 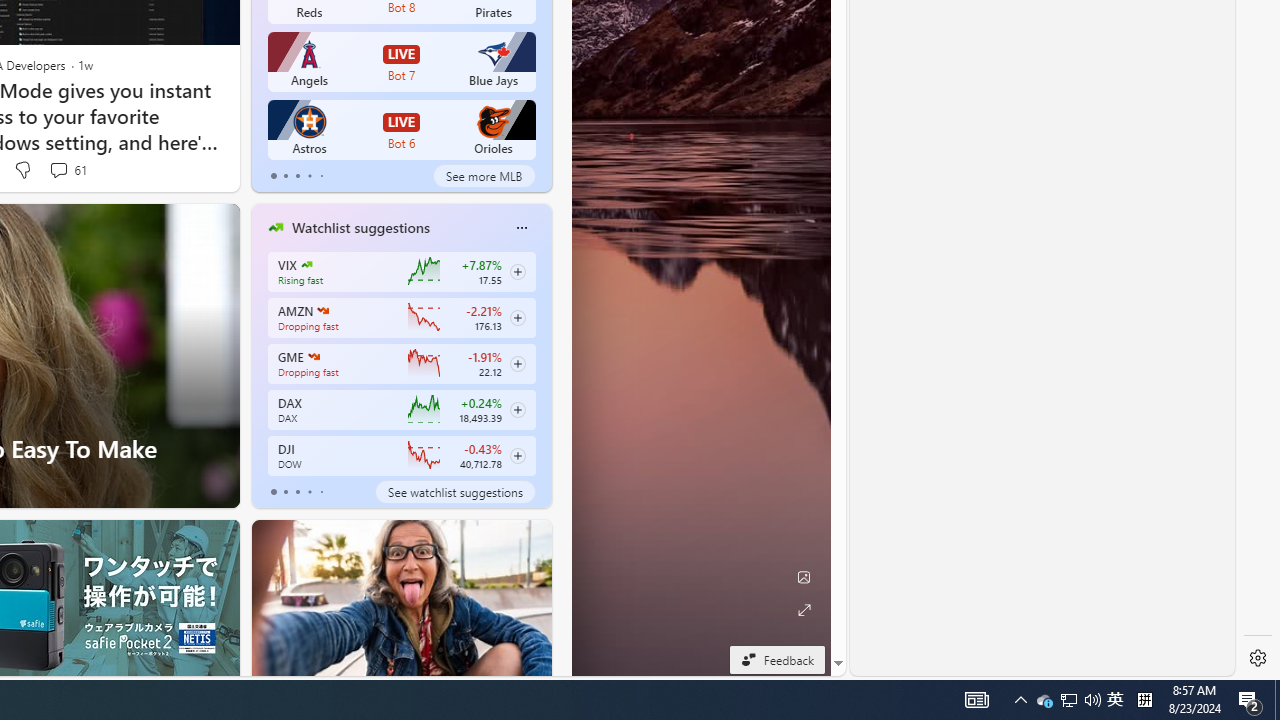 I want to click on 'View comments 61 Comment', so click(x=58, y=168).